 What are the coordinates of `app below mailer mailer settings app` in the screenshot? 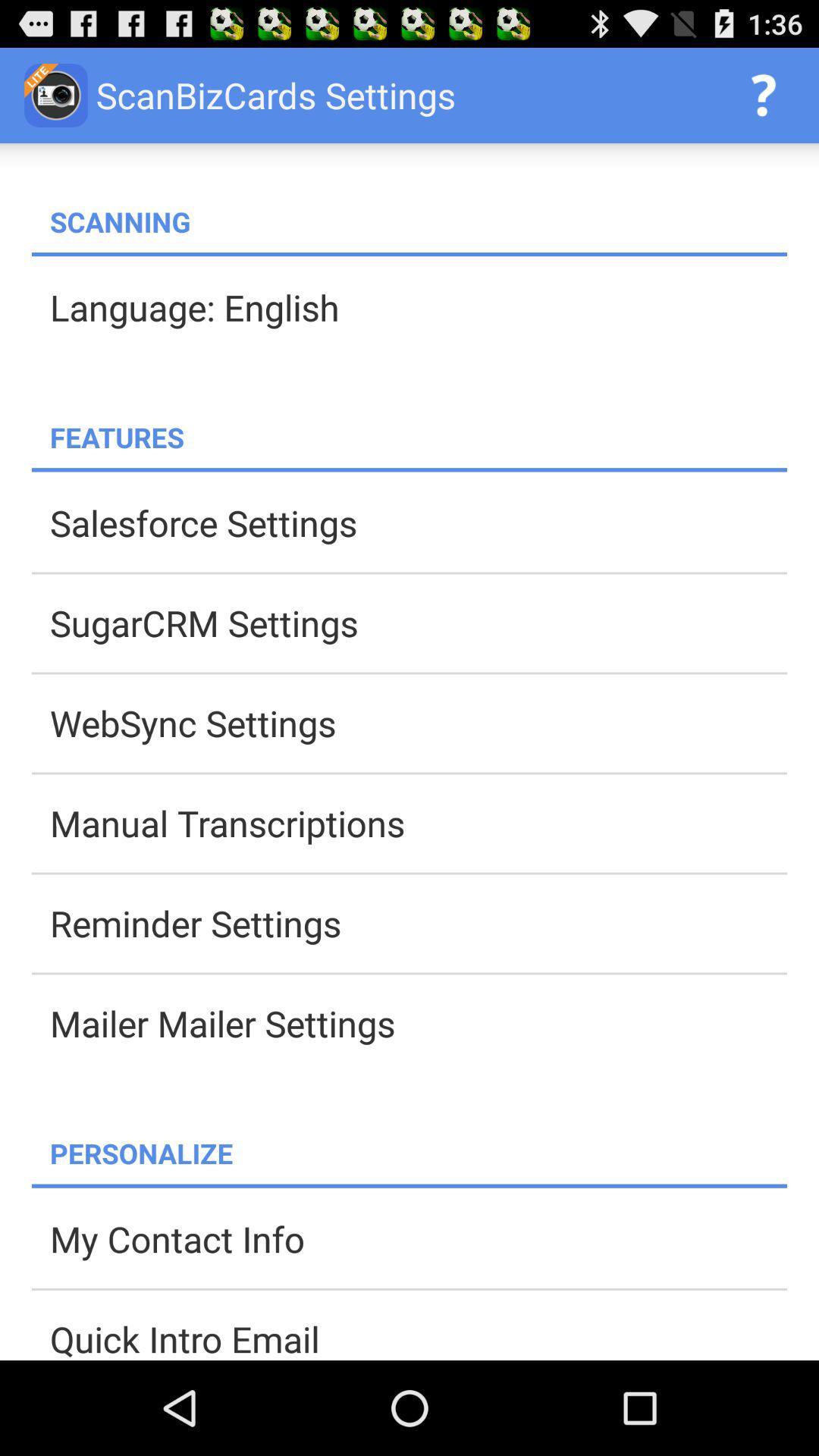 It's located at (418, 1153).